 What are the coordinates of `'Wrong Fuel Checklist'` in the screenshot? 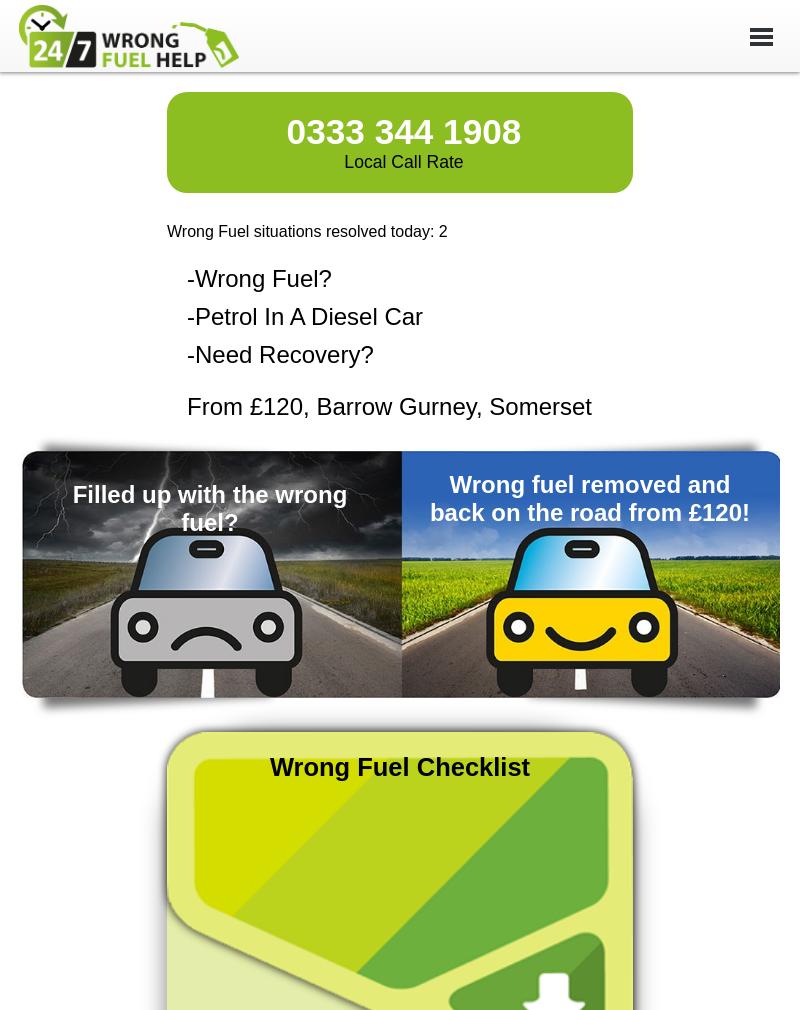 It's located at (398, 766).